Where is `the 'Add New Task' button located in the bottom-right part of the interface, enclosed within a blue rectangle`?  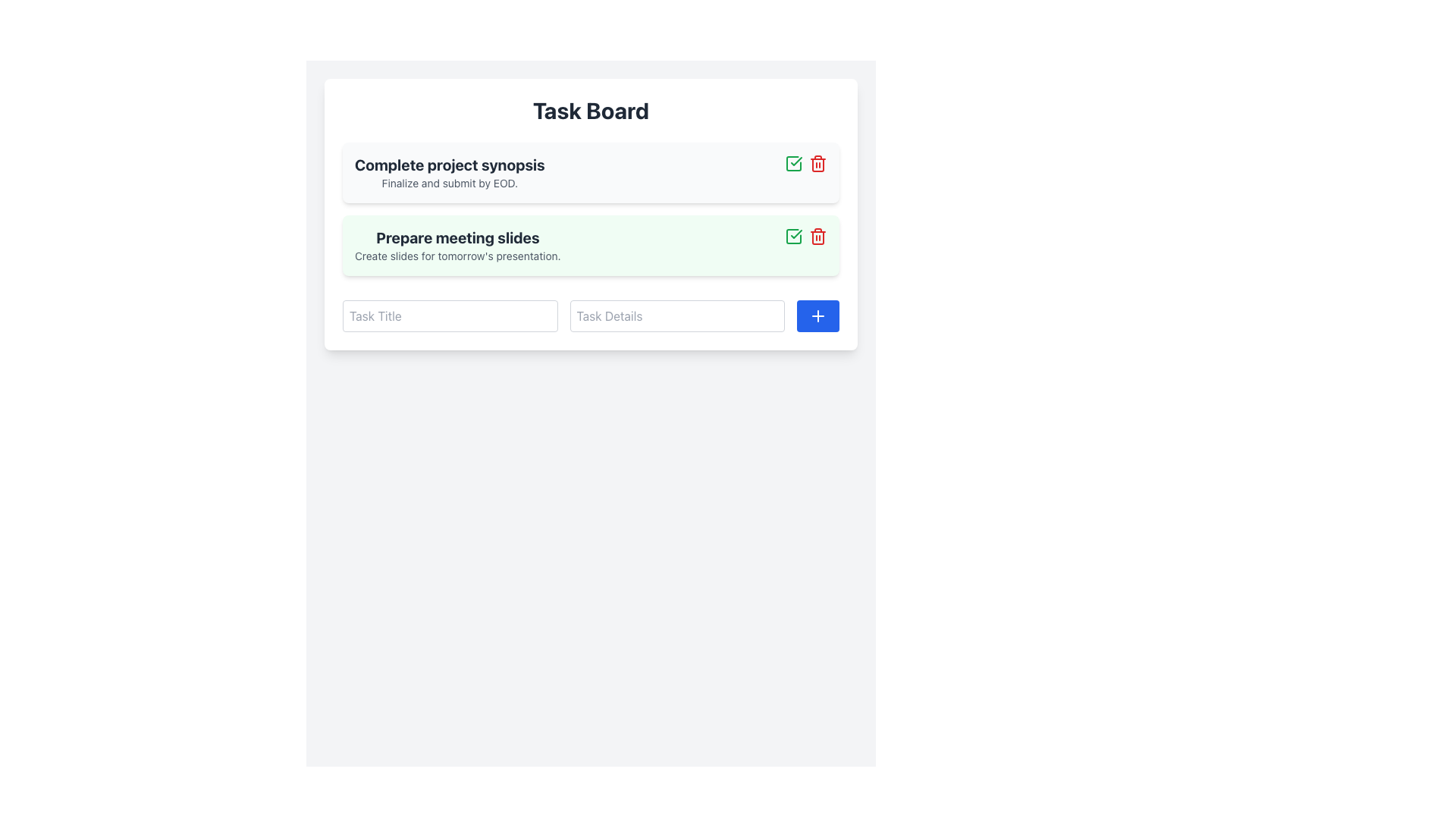
the 'Add New Task' button located in the bottom-right part of the interface, enclosed within a blue rectangle is located at coordinates (817, 315).